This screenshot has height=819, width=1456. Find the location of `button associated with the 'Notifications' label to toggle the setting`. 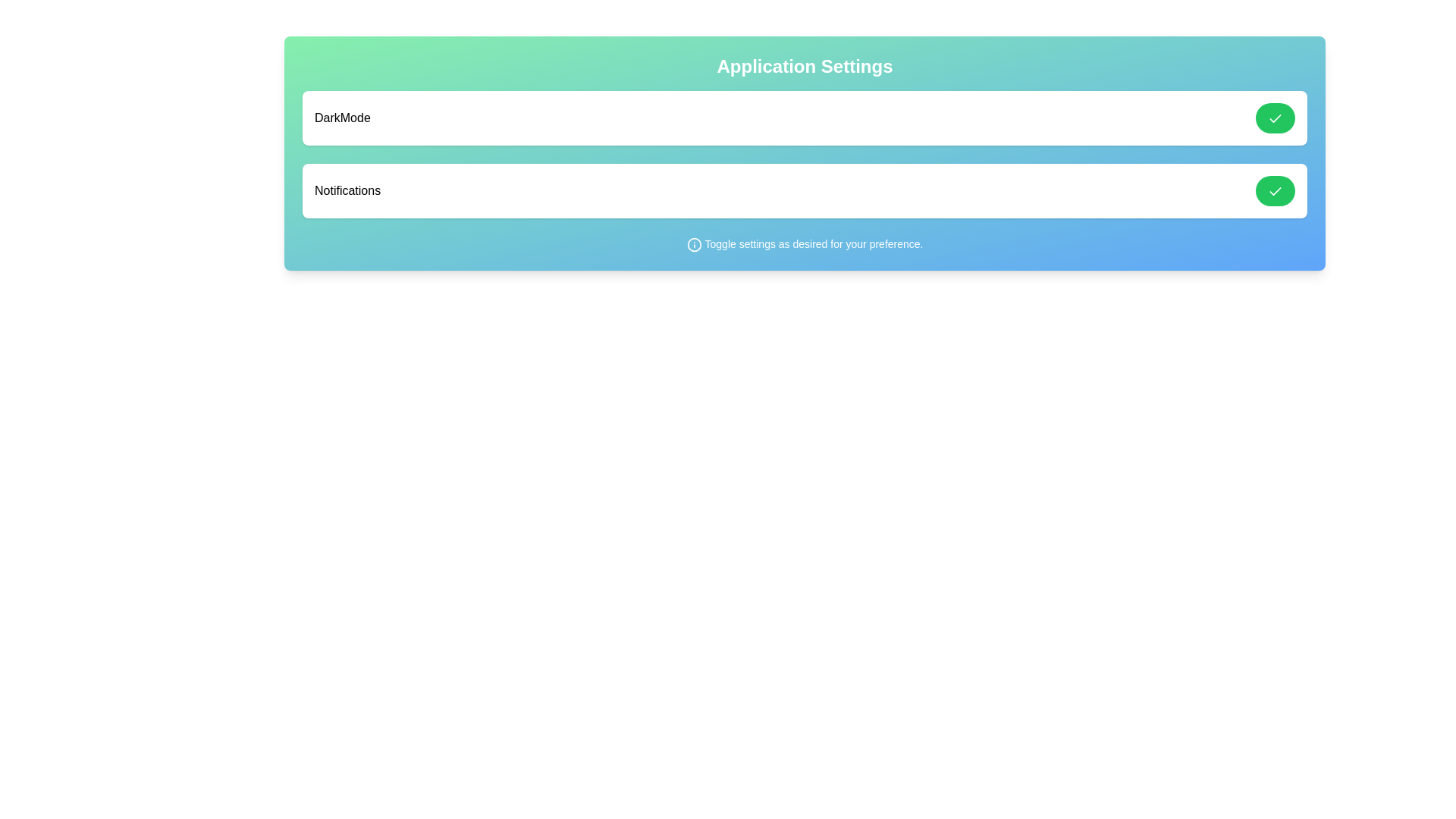

button associated with the 'Notifications' label to toggle the setting is located at coordinates (1274, 190).